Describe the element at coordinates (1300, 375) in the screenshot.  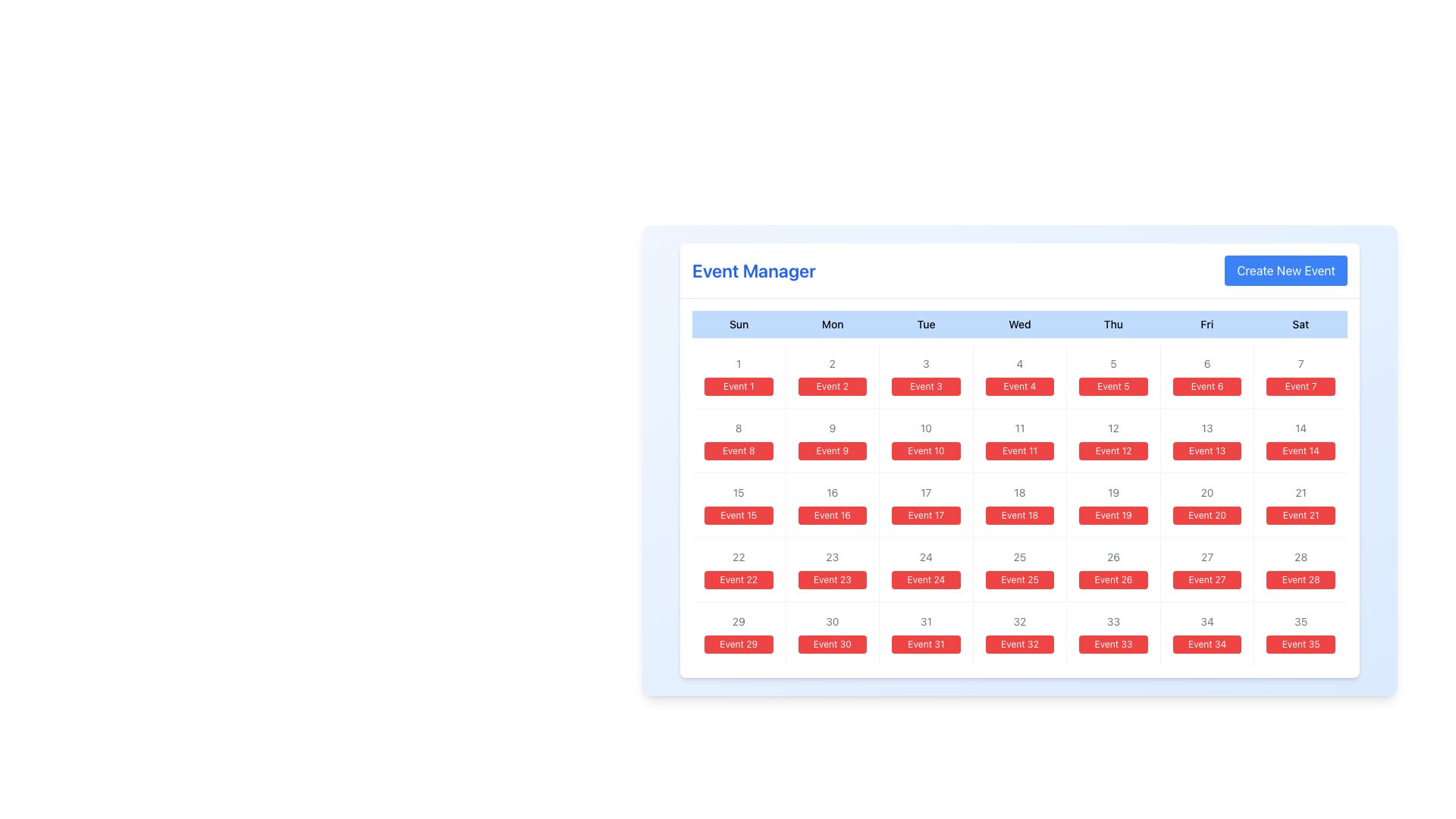
I see `the static grid item representing the calendar event for the 7th day, which is located in the Saturday column of the calendar grid` at that location.